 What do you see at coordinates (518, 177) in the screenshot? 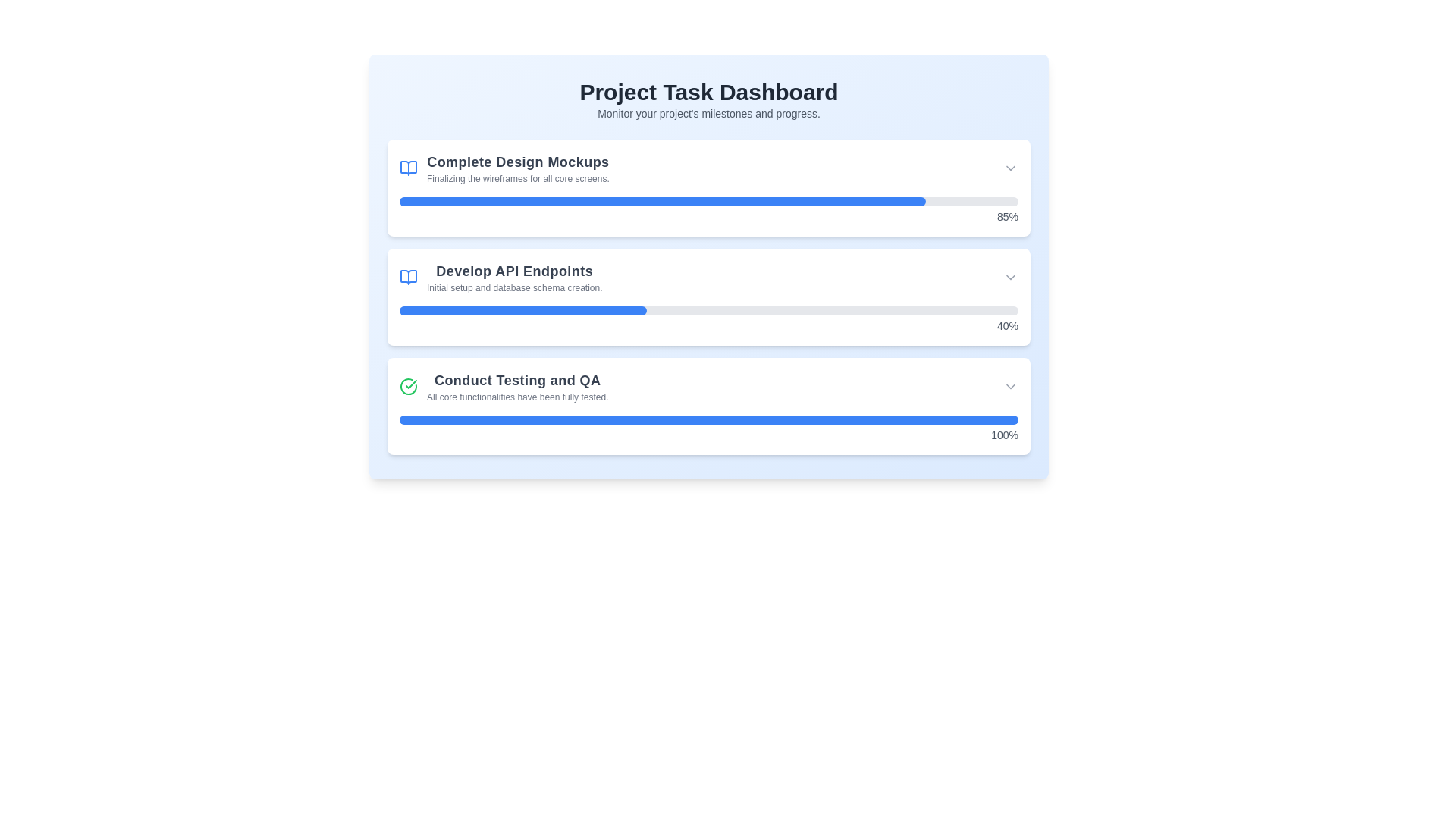
I see `description text located below the 'Complete Design Mockups' title in the topmost project task card` at bounding box center [518, 177].